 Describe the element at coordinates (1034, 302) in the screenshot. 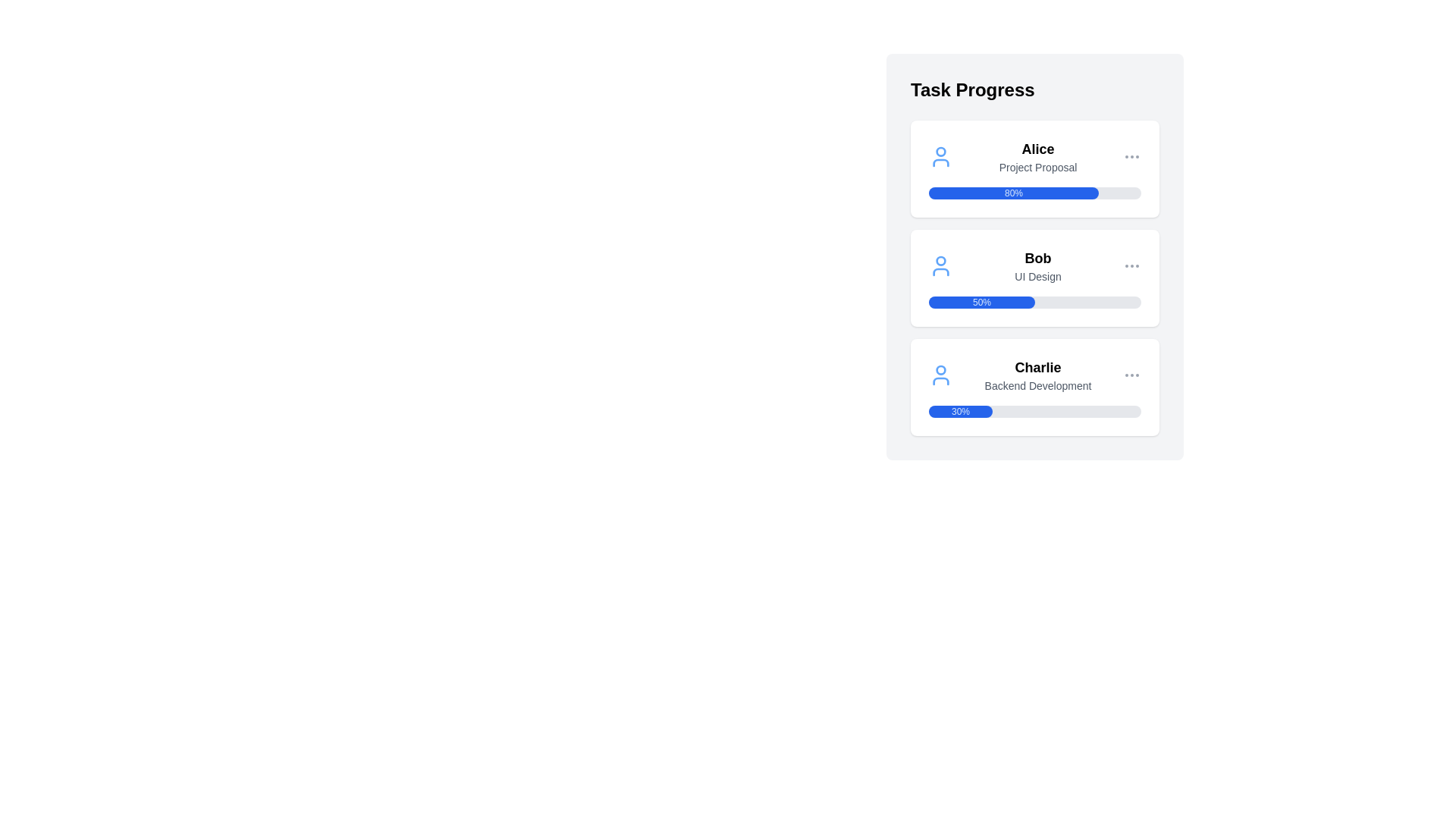

I see `the progress bar representing 50% progress in the second card labeled 'Bob' within the 'Task Progress' section` at that location.